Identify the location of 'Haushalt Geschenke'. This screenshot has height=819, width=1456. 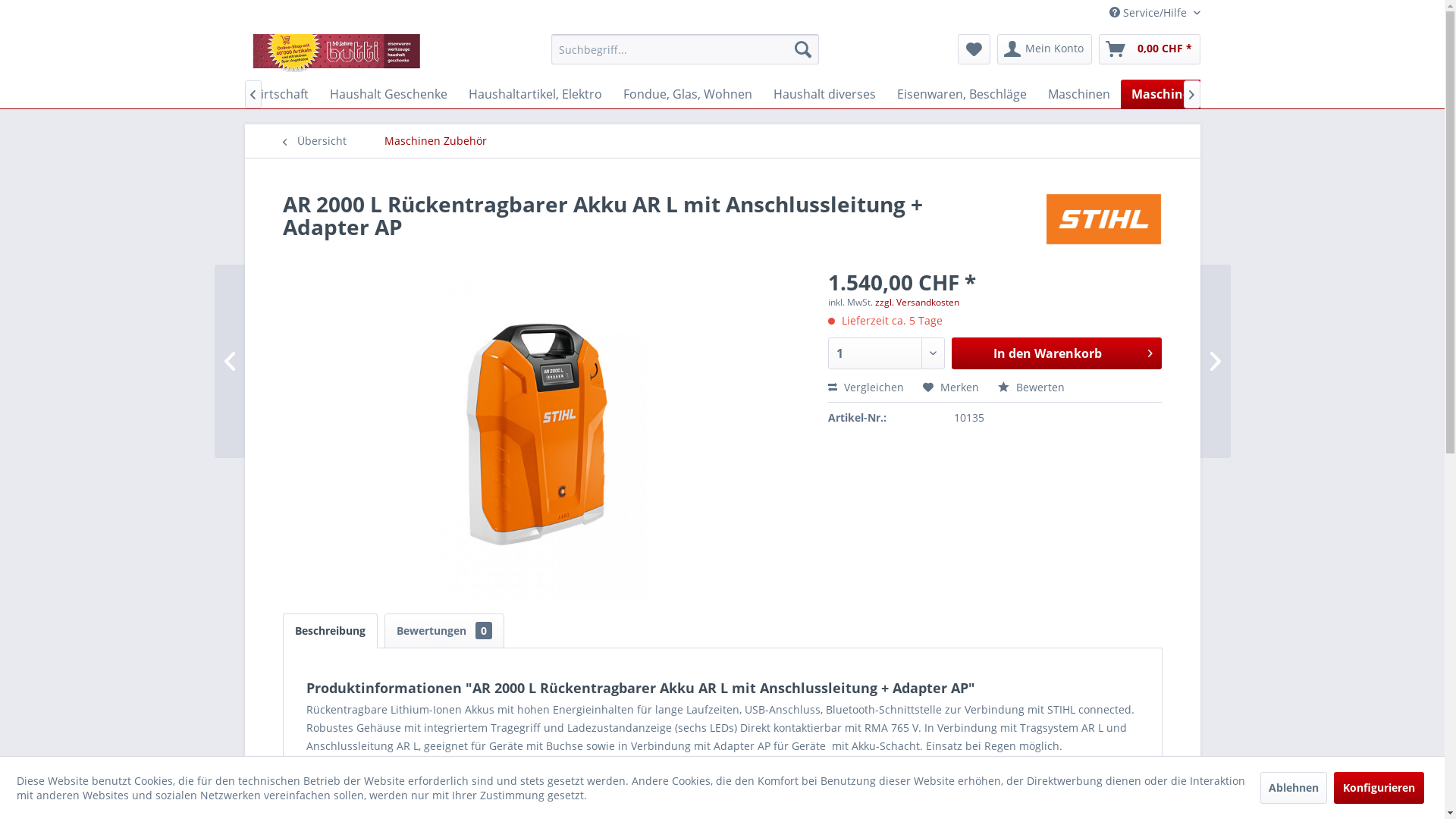
(388, 93).